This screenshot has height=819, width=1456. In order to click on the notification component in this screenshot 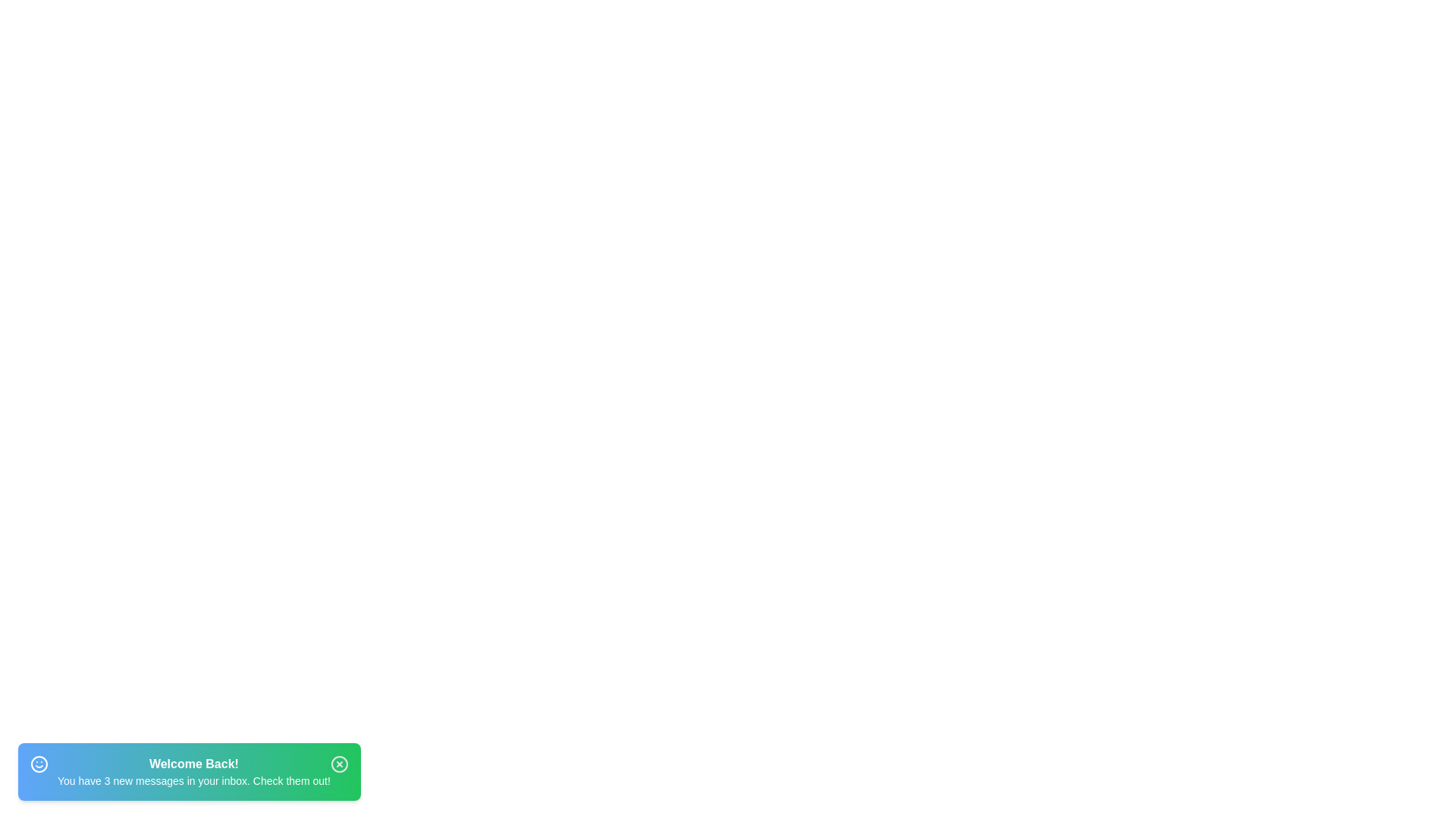, I will do `click(188, 772)`.